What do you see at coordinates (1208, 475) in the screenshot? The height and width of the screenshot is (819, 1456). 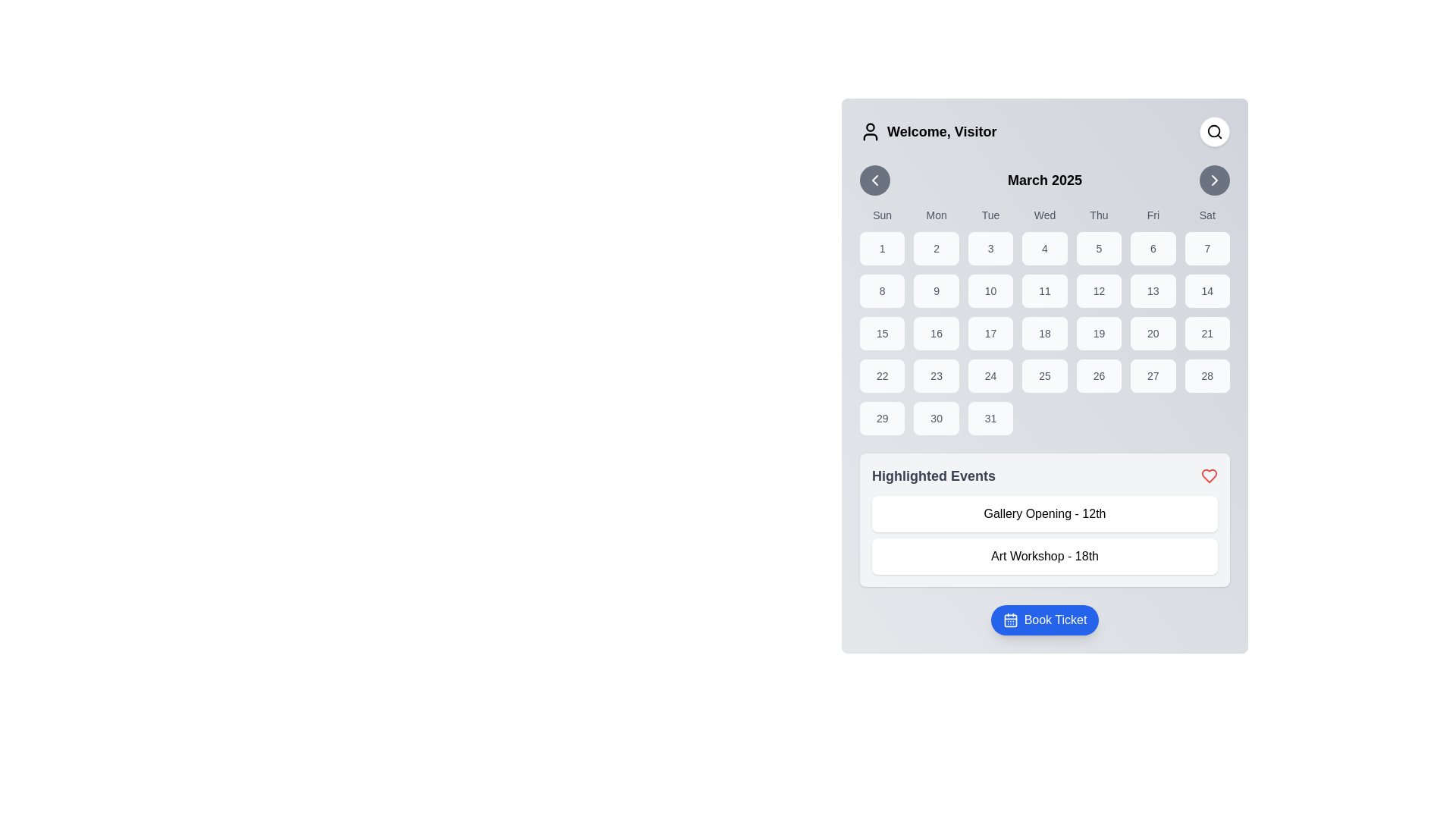 I see `the decorative 'favorite' or 'highlight' icon located at the top-right side of the 'Highlighted Events' header, right of the header text` at bounding box center [1208, 475].